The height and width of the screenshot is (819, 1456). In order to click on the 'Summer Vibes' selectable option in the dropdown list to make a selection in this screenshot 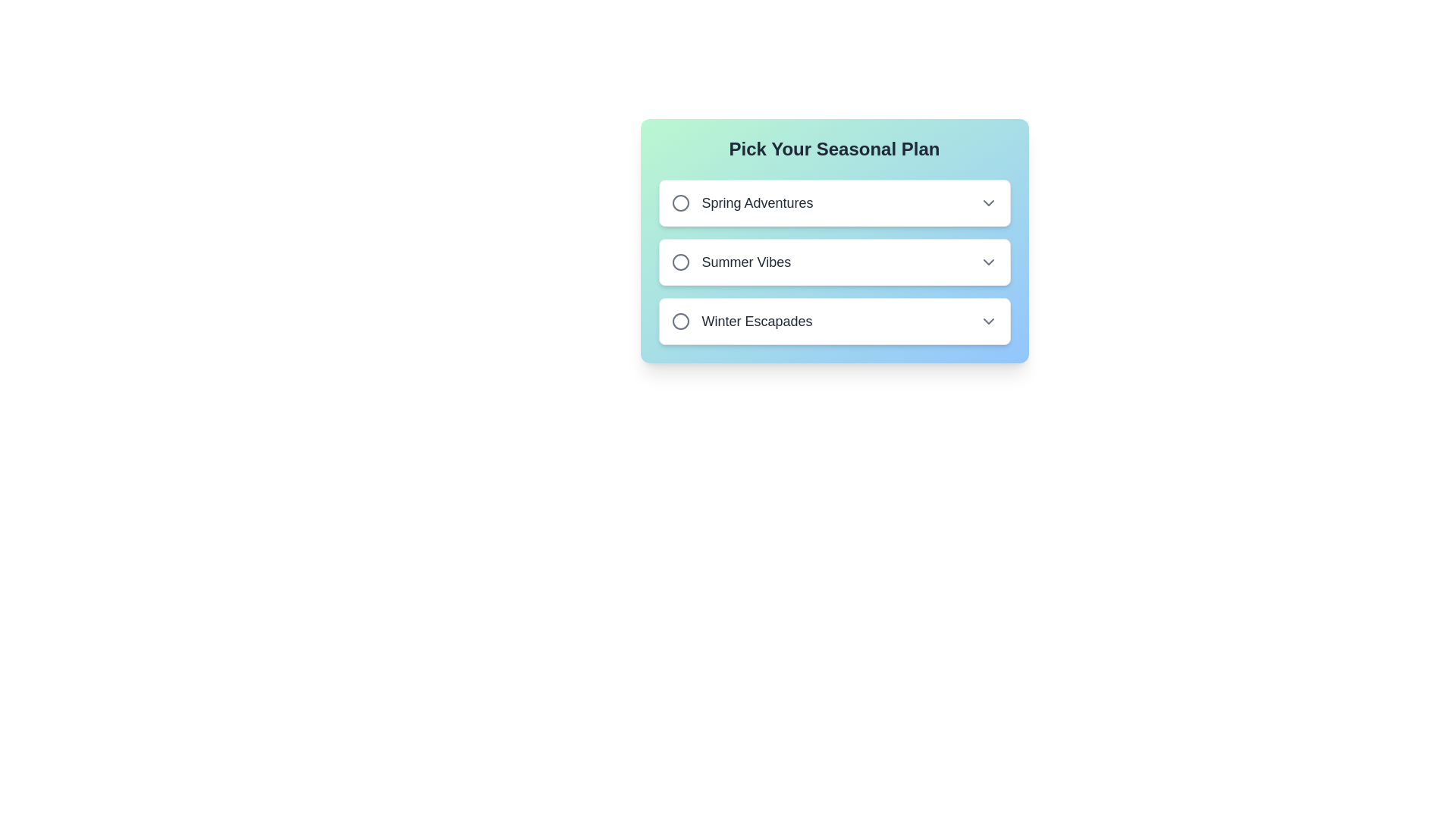, I will do `click(833, 262)`.